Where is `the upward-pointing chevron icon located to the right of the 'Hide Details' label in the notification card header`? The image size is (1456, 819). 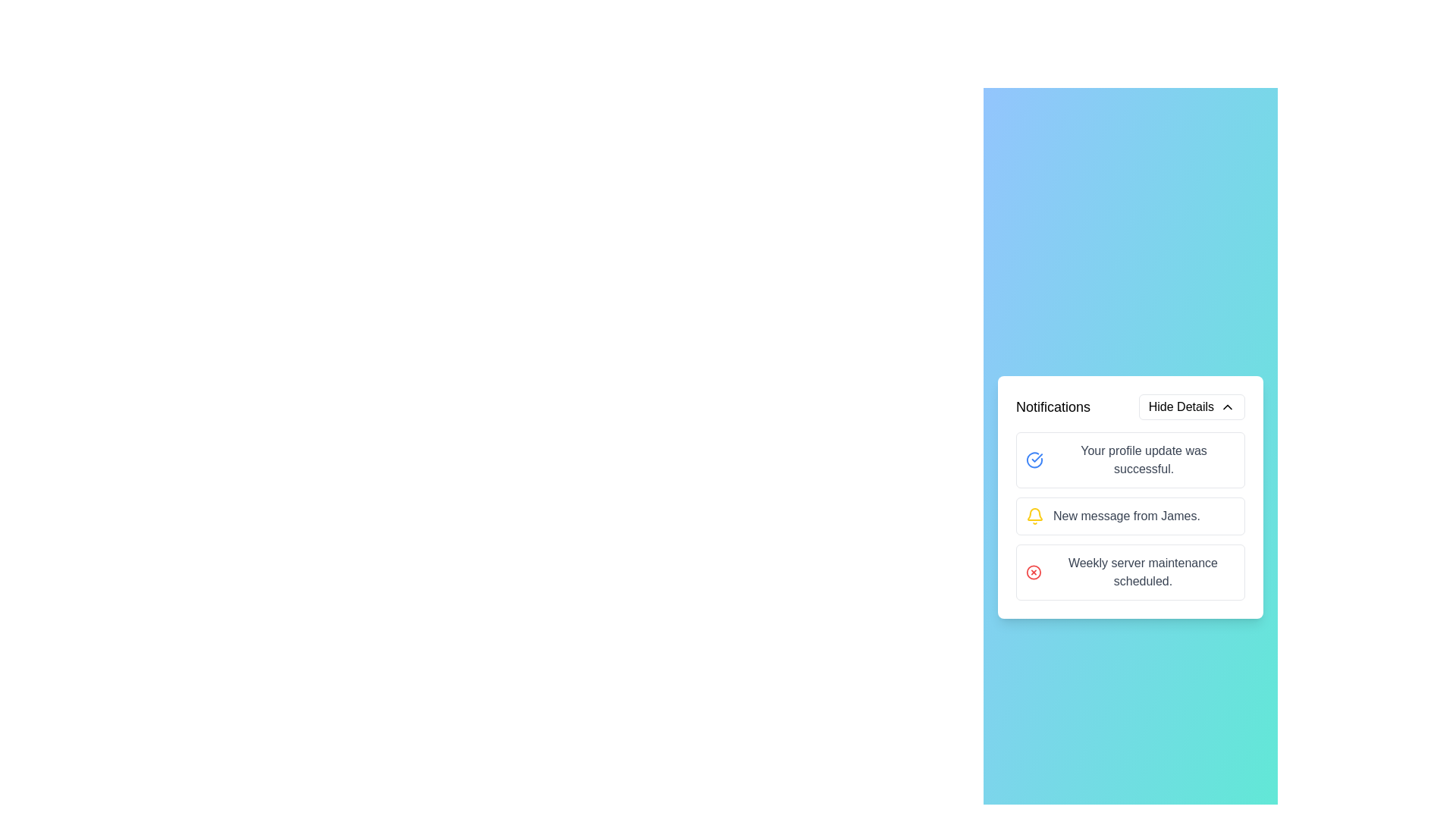
the upward-pointing chevron icon located to the right of the 'Hide Details' label in the notification card header is located at coordinates (1227, 406).